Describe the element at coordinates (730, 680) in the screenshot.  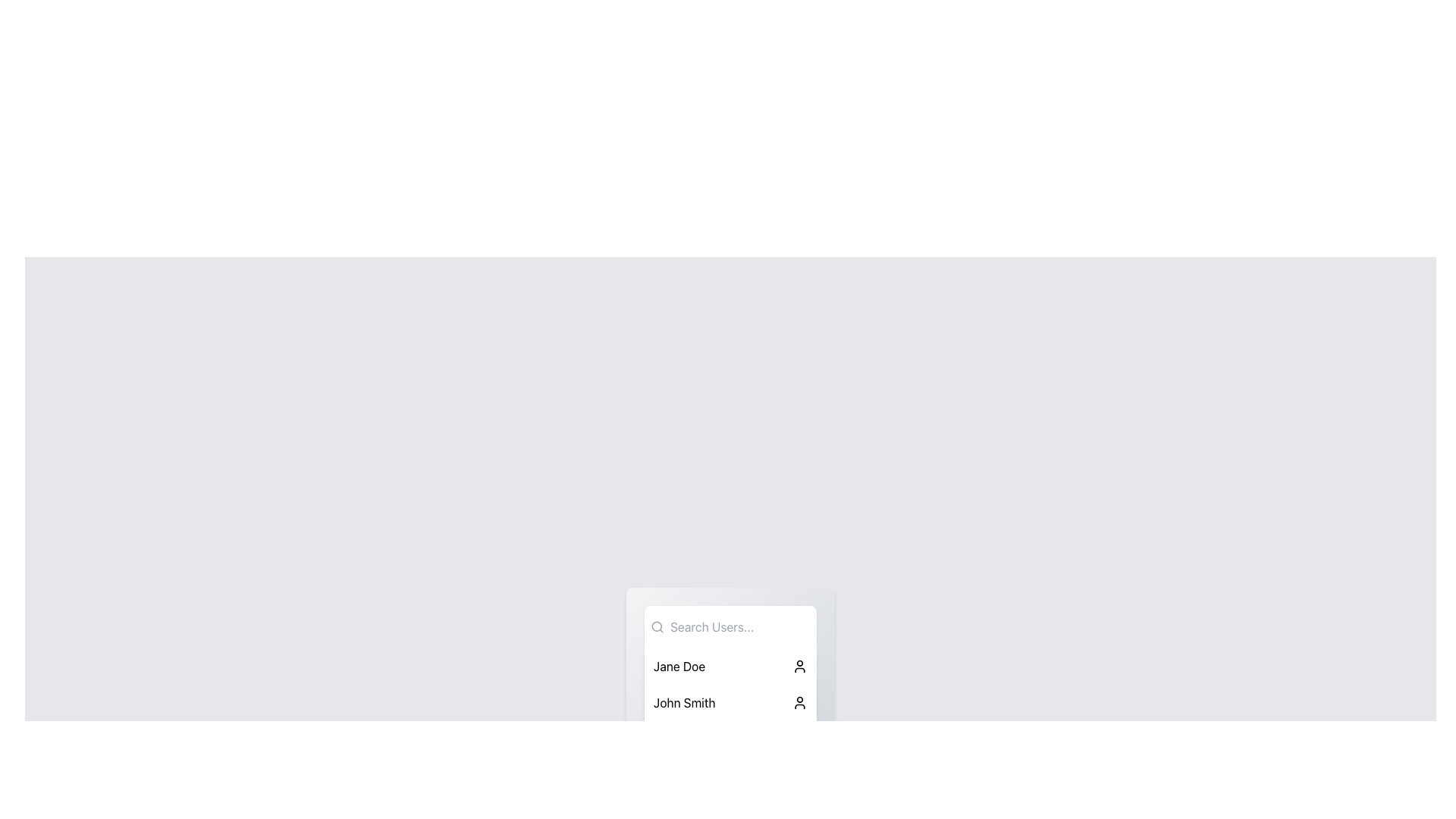
I see `the user entry in the dropdown list` at that location.